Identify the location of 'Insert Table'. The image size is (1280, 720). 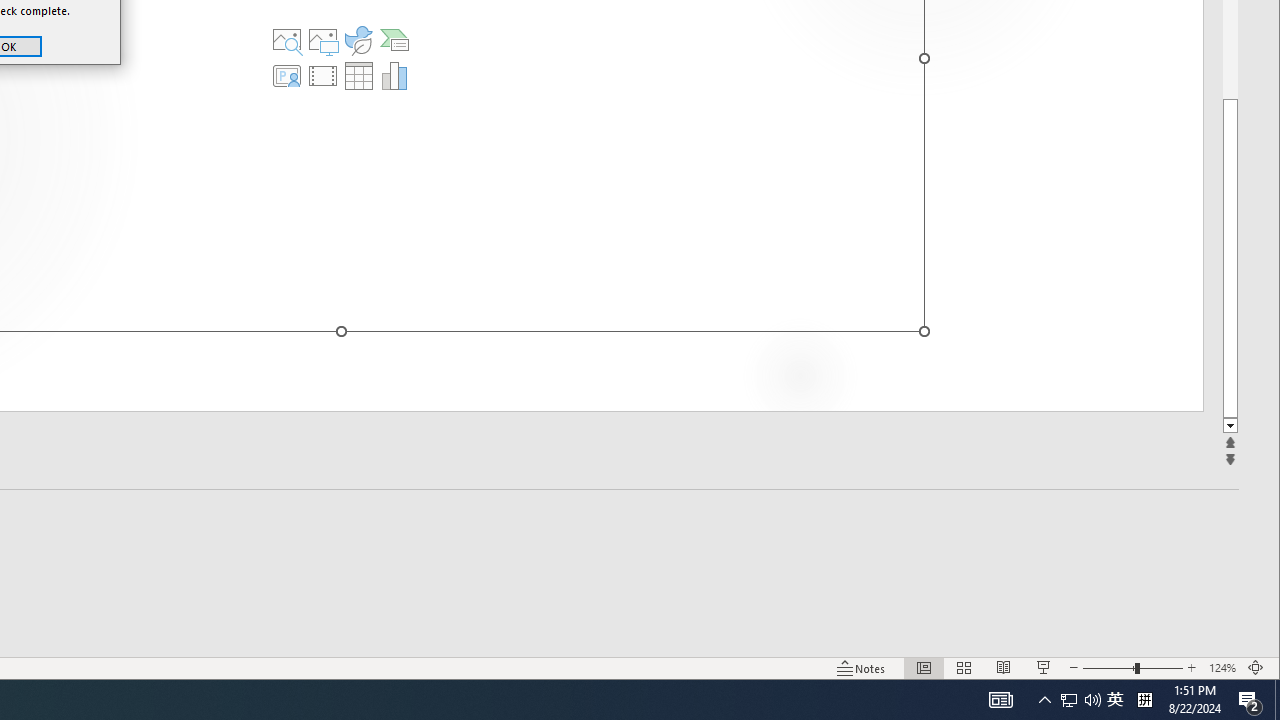
(359, 74).